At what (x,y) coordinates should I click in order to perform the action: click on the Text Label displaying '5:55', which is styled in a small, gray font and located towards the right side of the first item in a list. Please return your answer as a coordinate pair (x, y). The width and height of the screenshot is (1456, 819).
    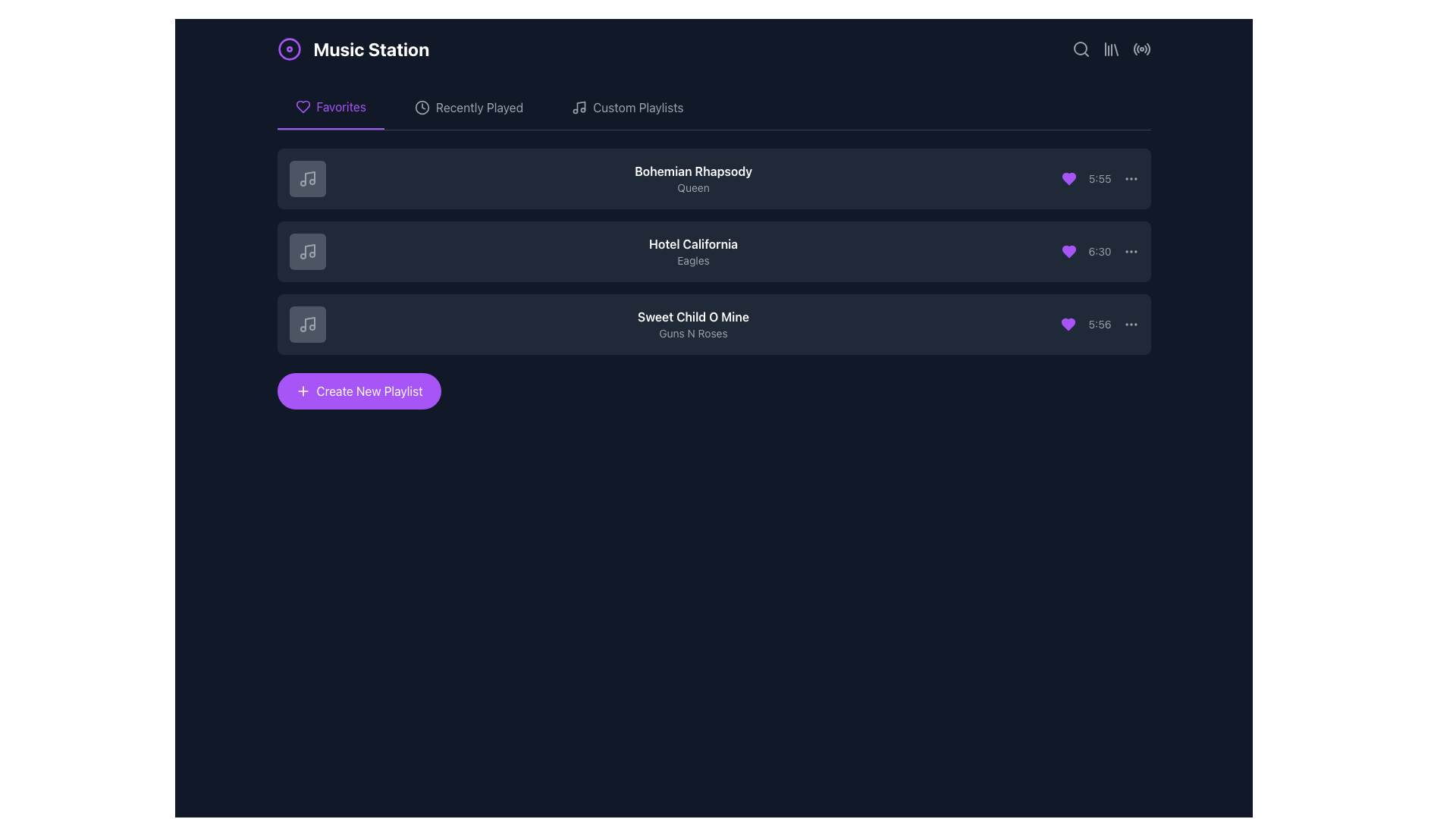
    Looking at the image, I should click on (1100, 177).